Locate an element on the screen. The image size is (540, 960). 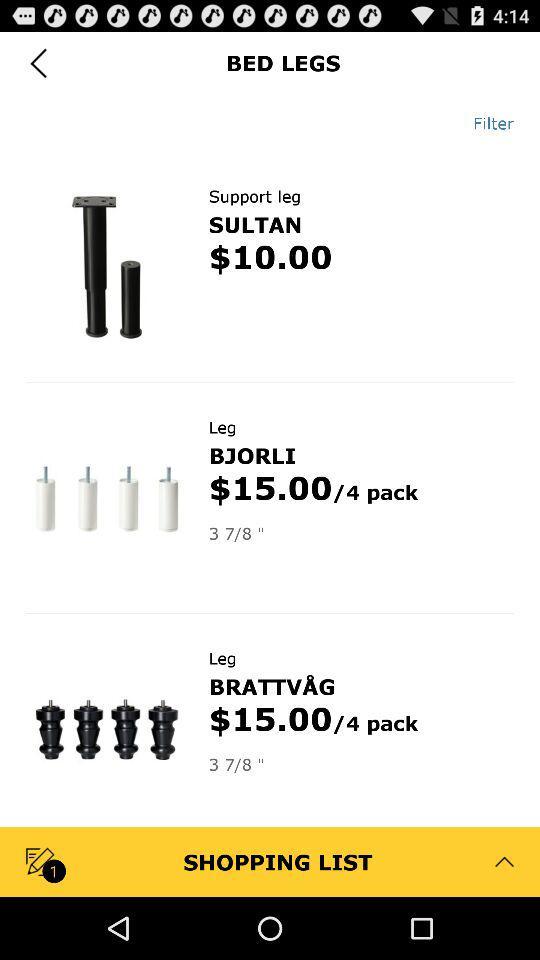
app below bed legs is located at coordinates (485, 122).